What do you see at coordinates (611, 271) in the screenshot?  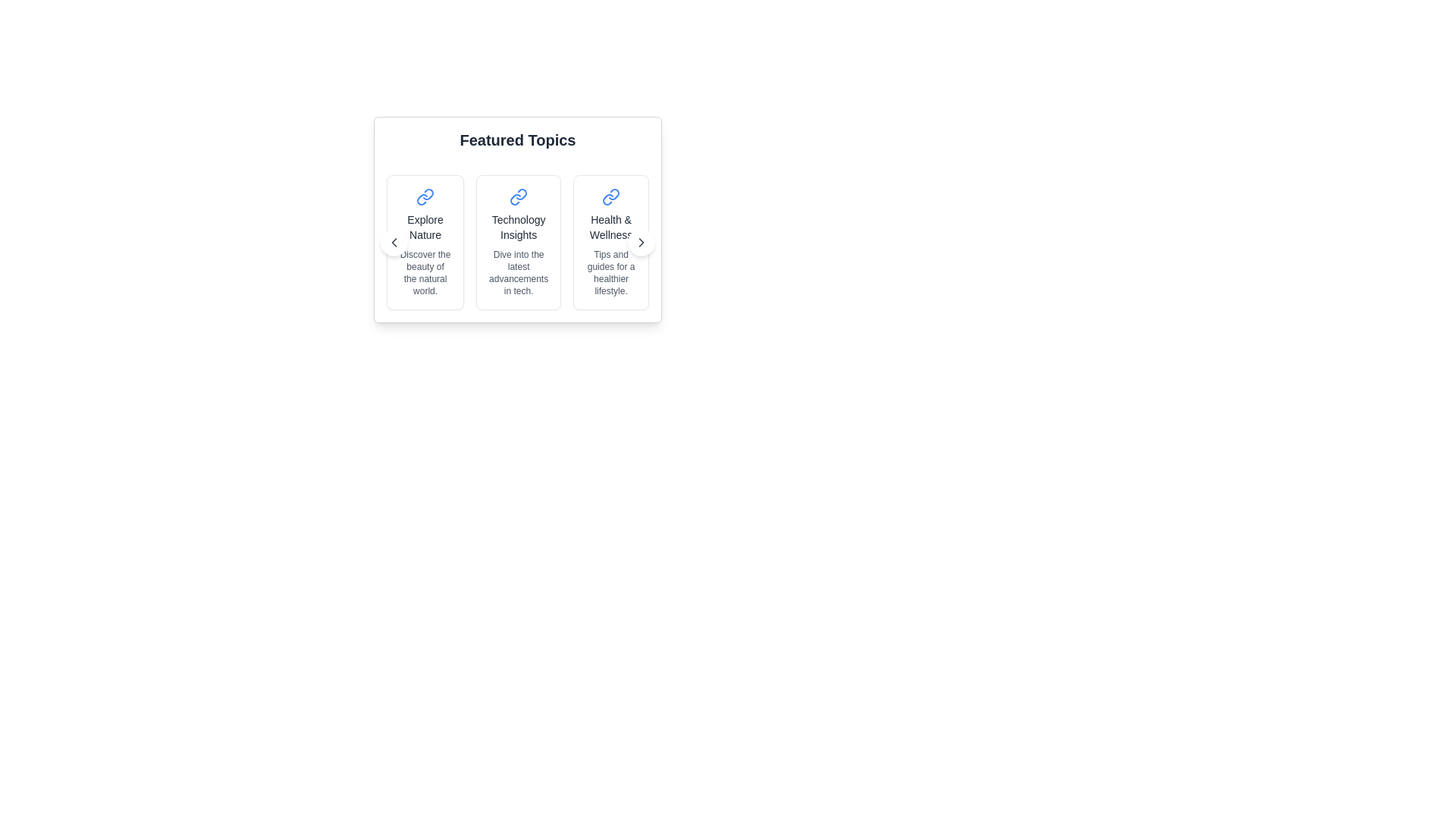 I see `the text label that reads 'Tips and guides for a healthier lifestyle', which is located under the title 'Health & Wellness' in the third card under 'Featured Topics'` at bounding box center [611, 271].